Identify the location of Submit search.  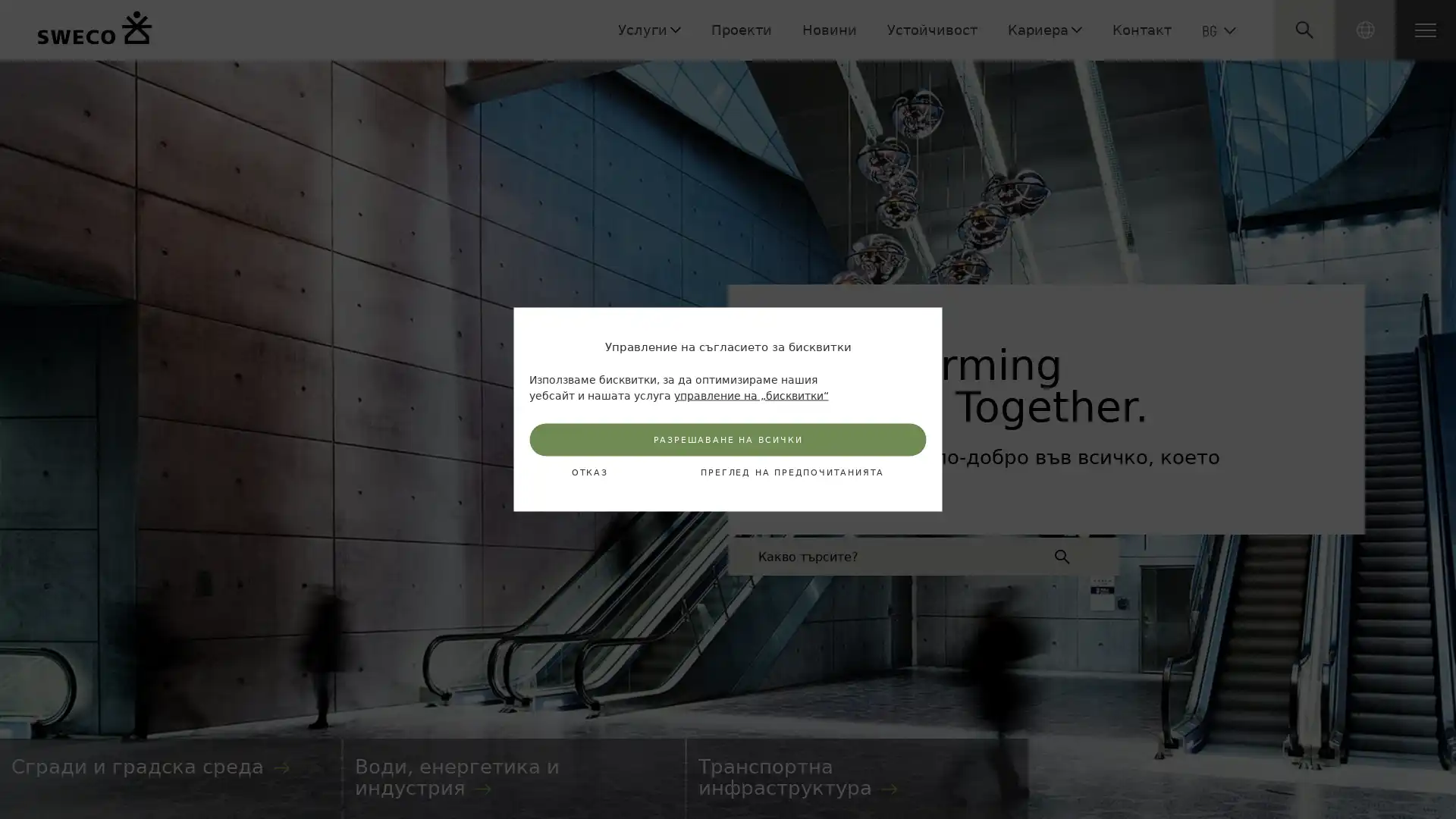
(1062, 556).